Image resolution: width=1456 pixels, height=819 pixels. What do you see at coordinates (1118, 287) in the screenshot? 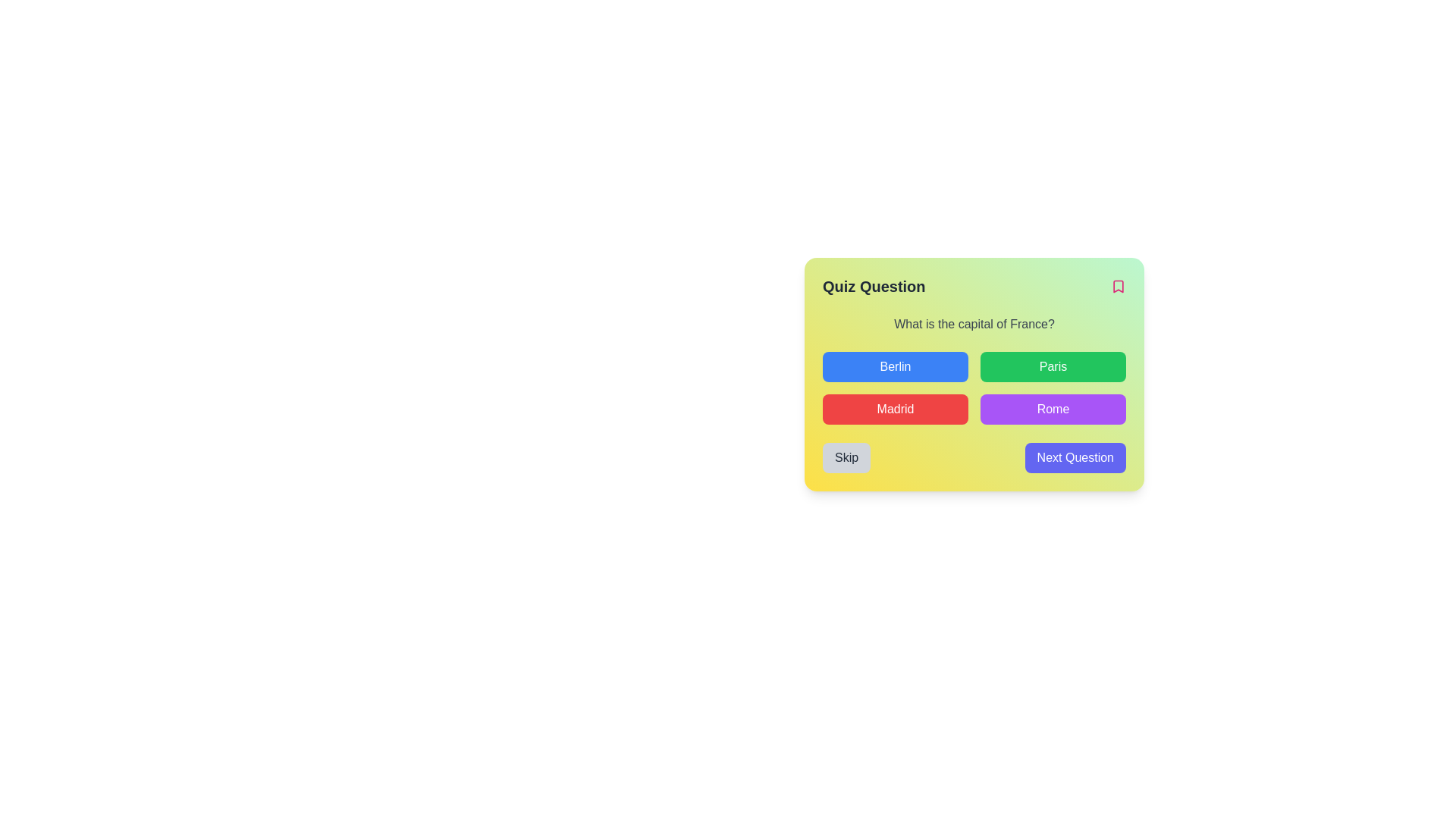
I see `the vibrant pink bookmark icon located on the far right of the 'Quiz Question' header` at bounding box center [1118, 287].